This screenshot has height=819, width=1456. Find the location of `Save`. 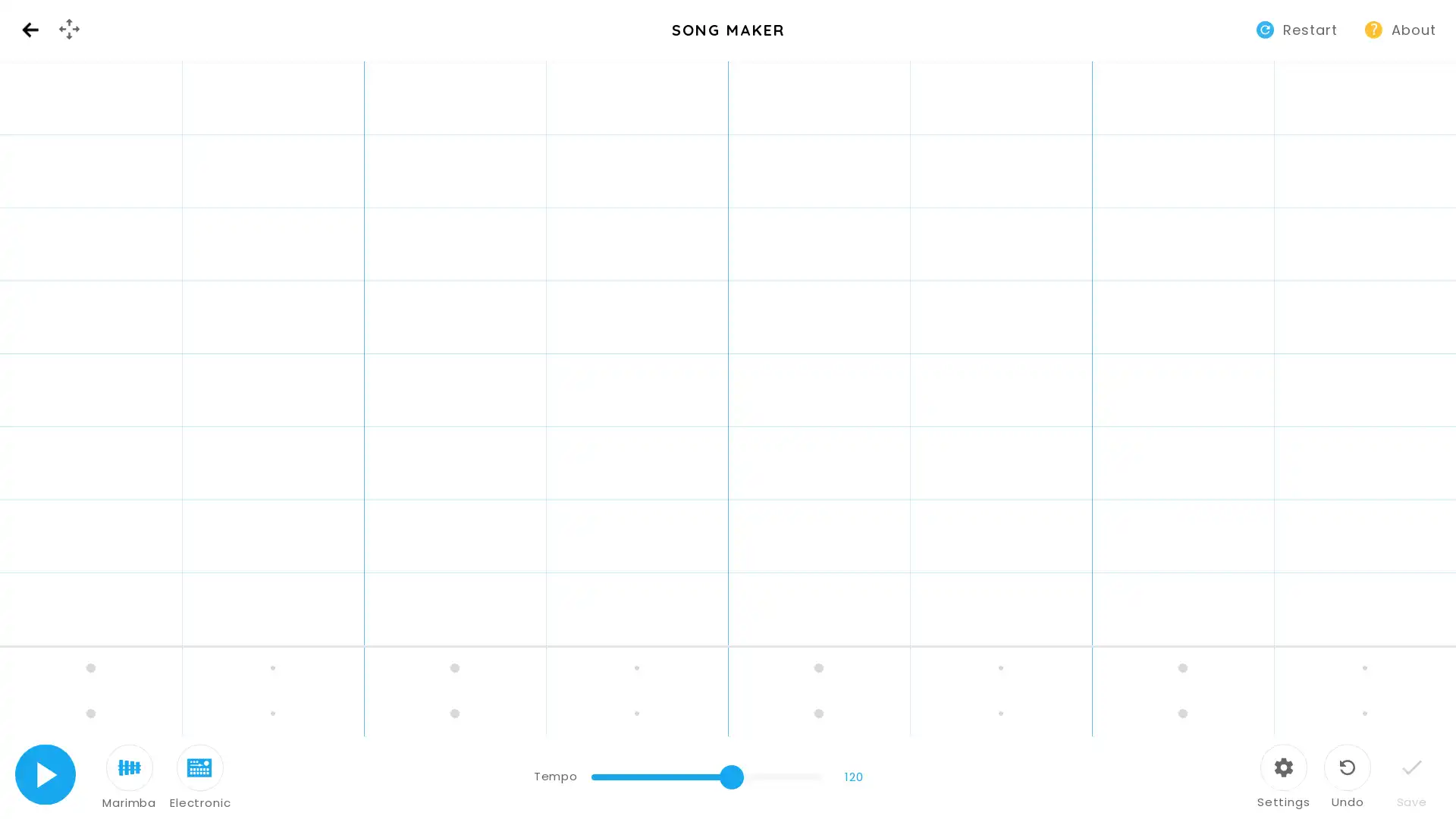

Save is located at coordinates (1410, 777).